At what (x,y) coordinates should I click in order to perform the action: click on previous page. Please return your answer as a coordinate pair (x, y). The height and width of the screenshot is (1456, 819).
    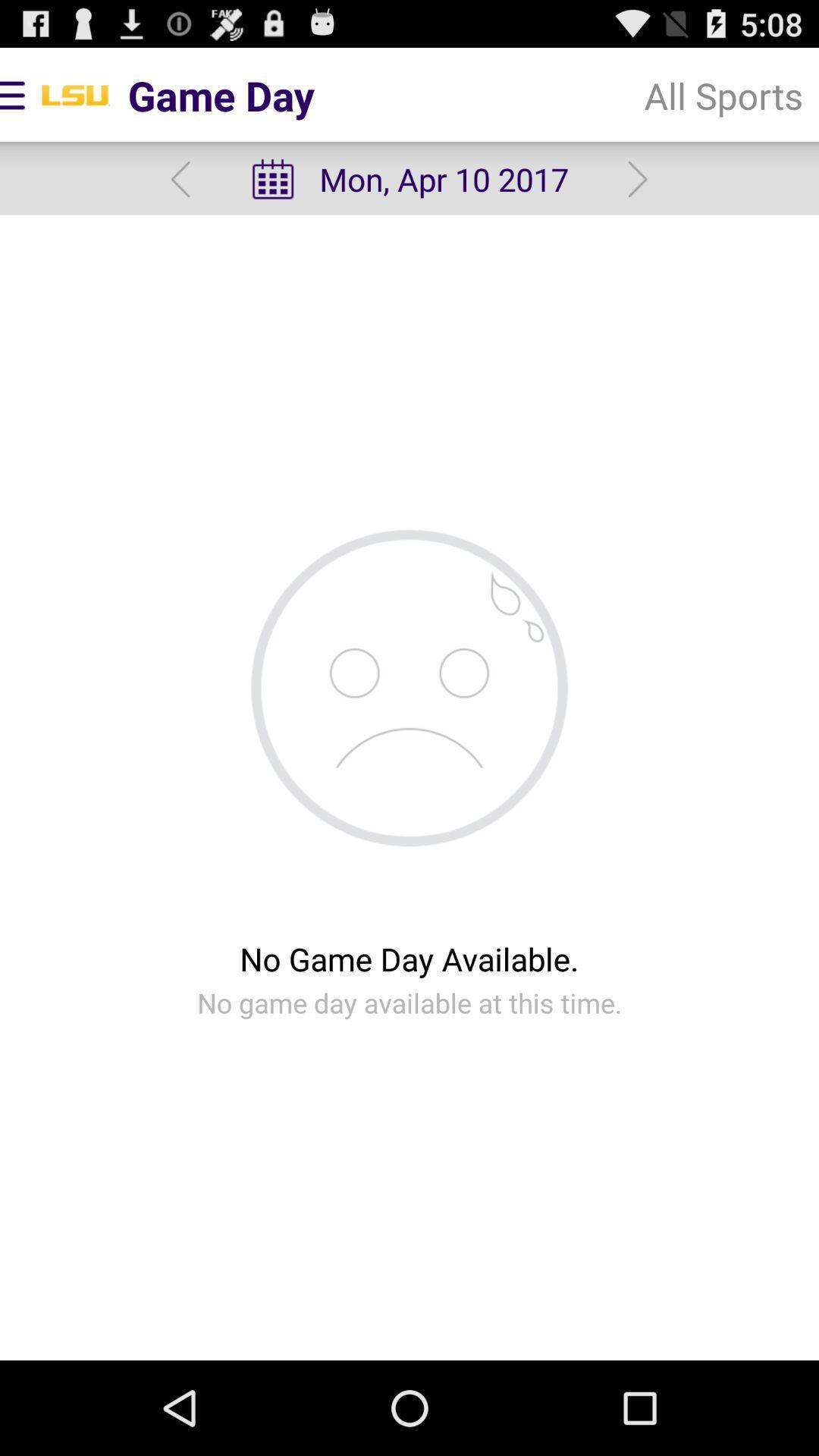
    Looking at the image, I should click on (180, 179).